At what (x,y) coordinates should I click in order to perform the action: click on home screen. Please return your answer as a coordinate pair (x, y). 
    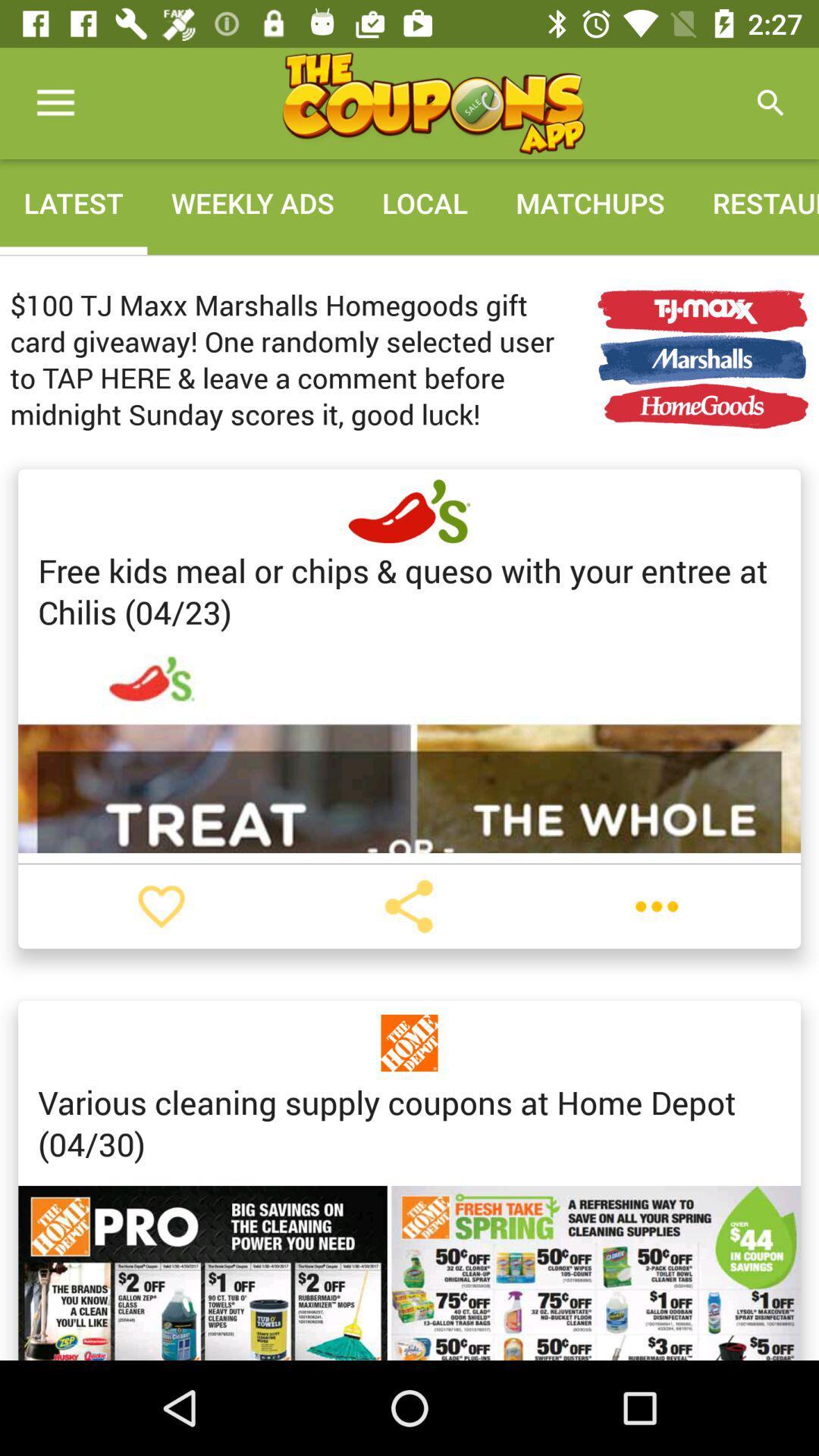
    Looking at the image, I should click on (433, 102).